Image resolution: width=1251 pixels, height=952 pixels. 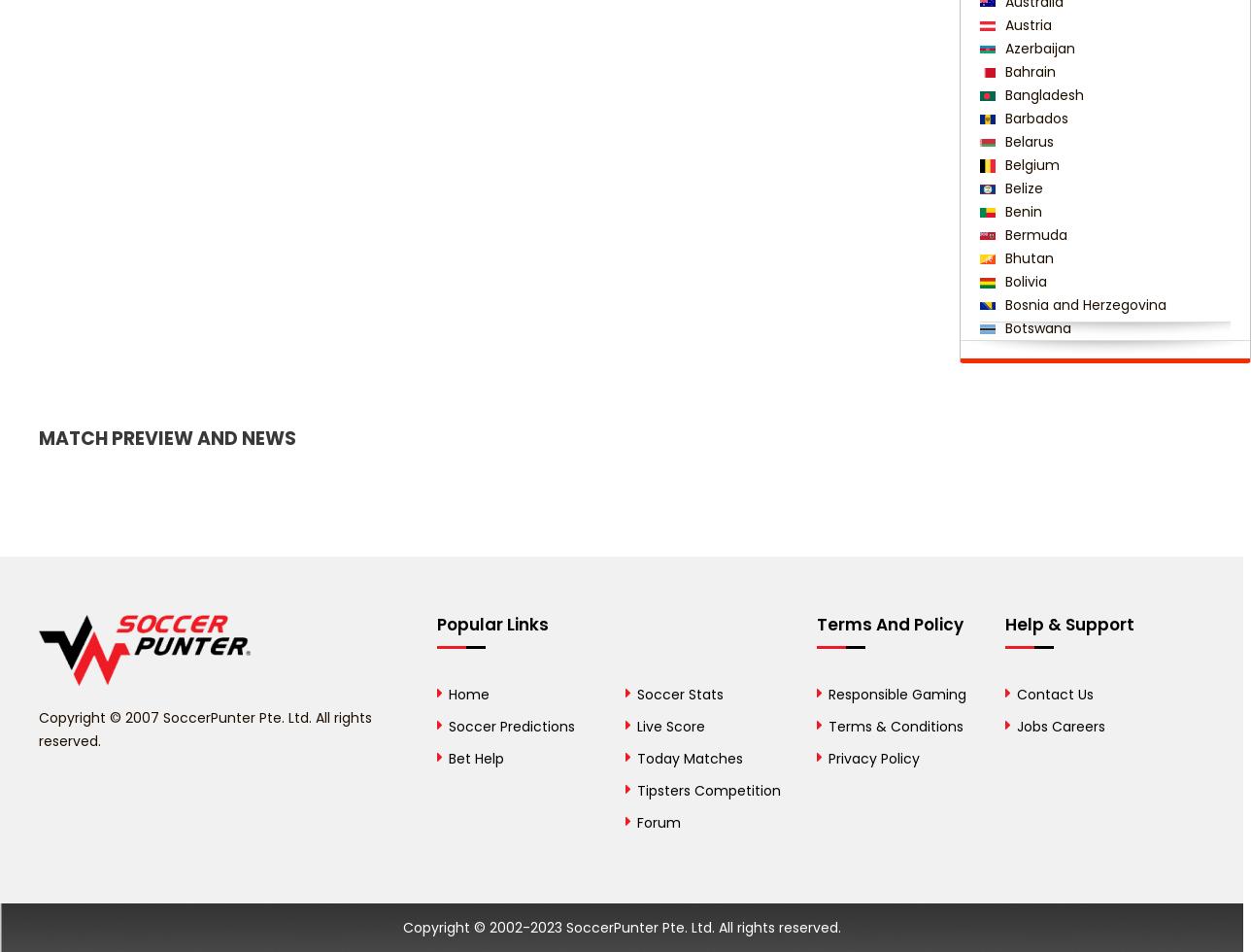 What do you see at coordinates (1044, 422) in the screenshot?
I see `'Burkina Faso'` at bounding box center [1044, 422].